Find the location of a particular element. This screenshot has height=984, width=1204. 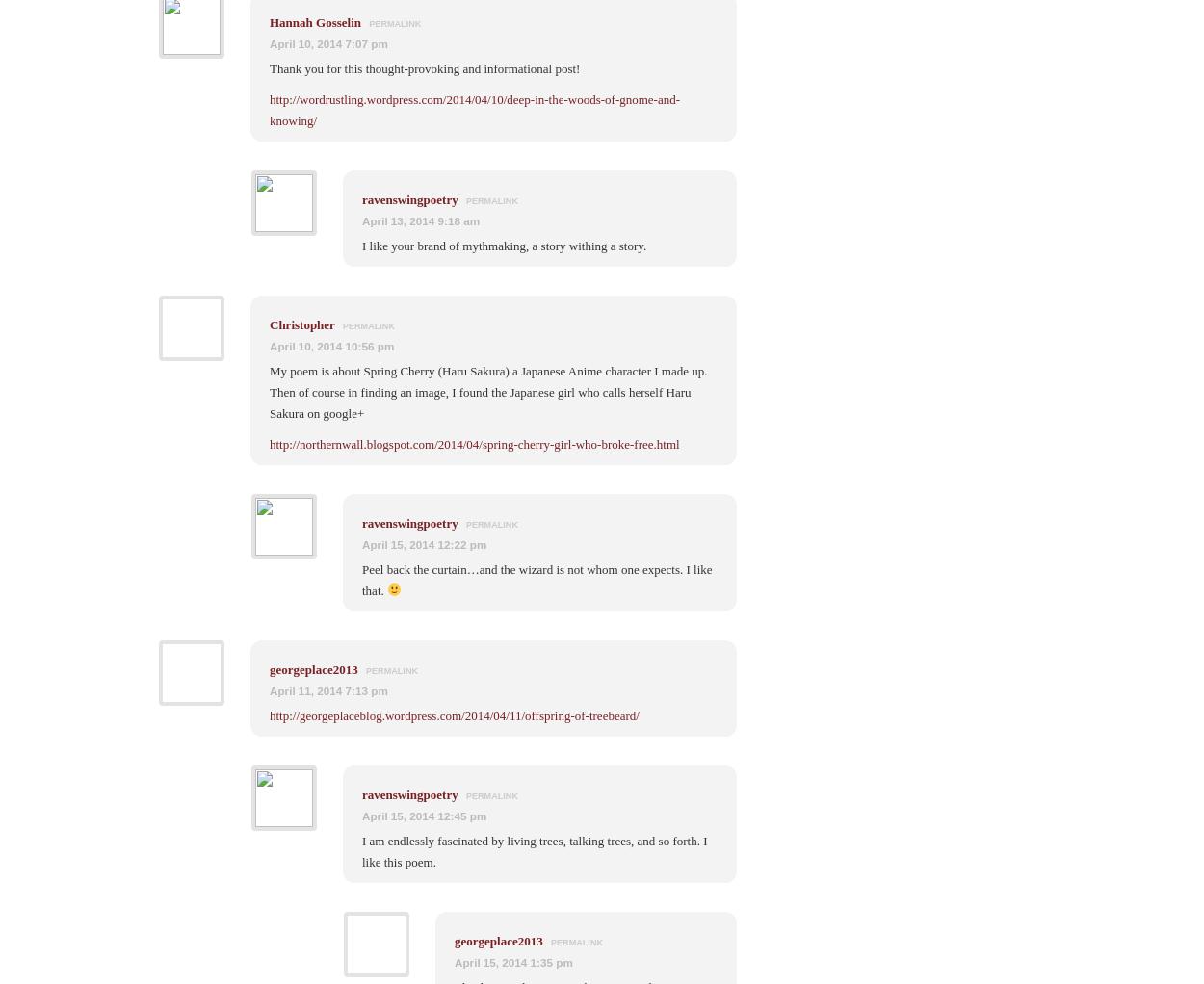

'Hannah Gosselin' is located at coordinates (314, 20).